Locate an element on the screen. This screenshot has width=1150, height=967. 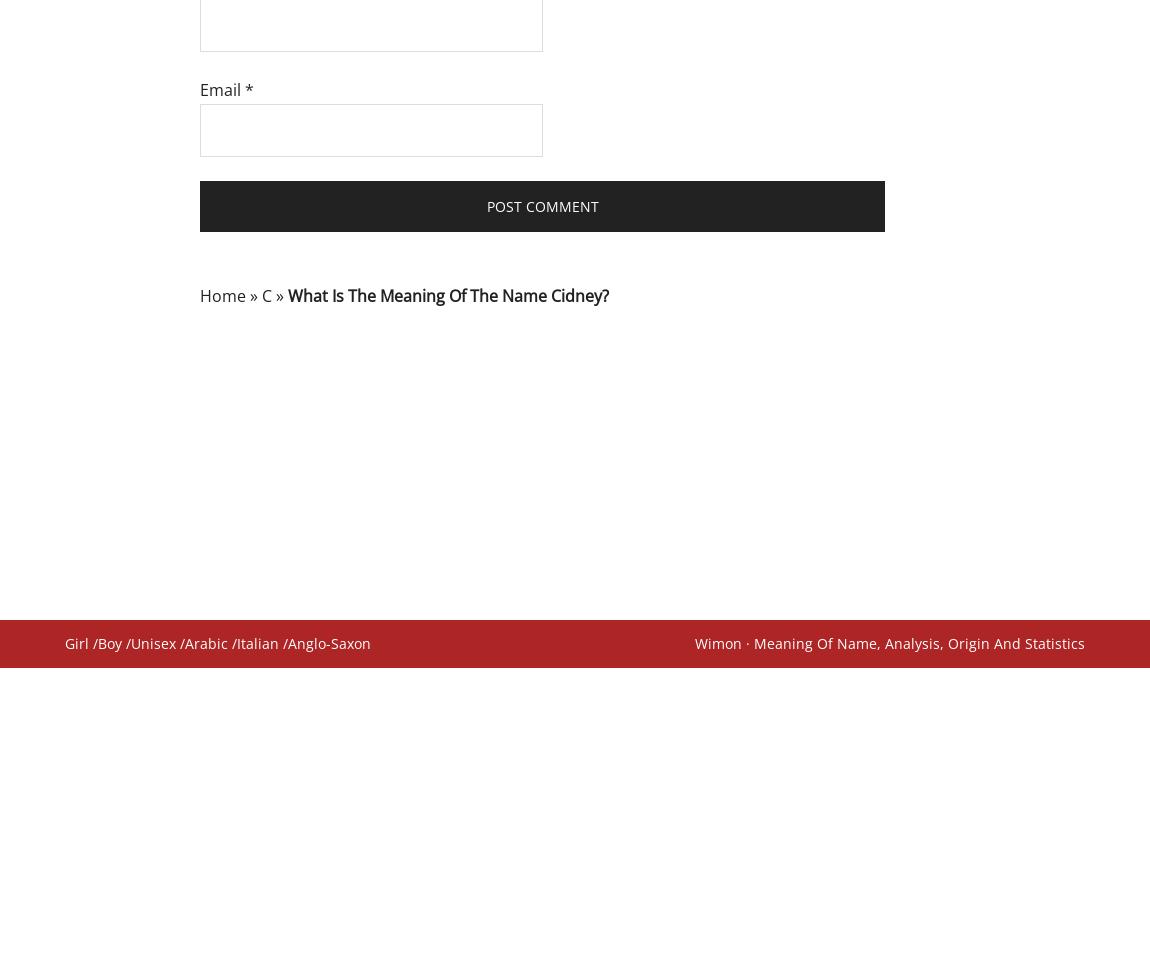
'Boy' is located at coordinates (109, 642).